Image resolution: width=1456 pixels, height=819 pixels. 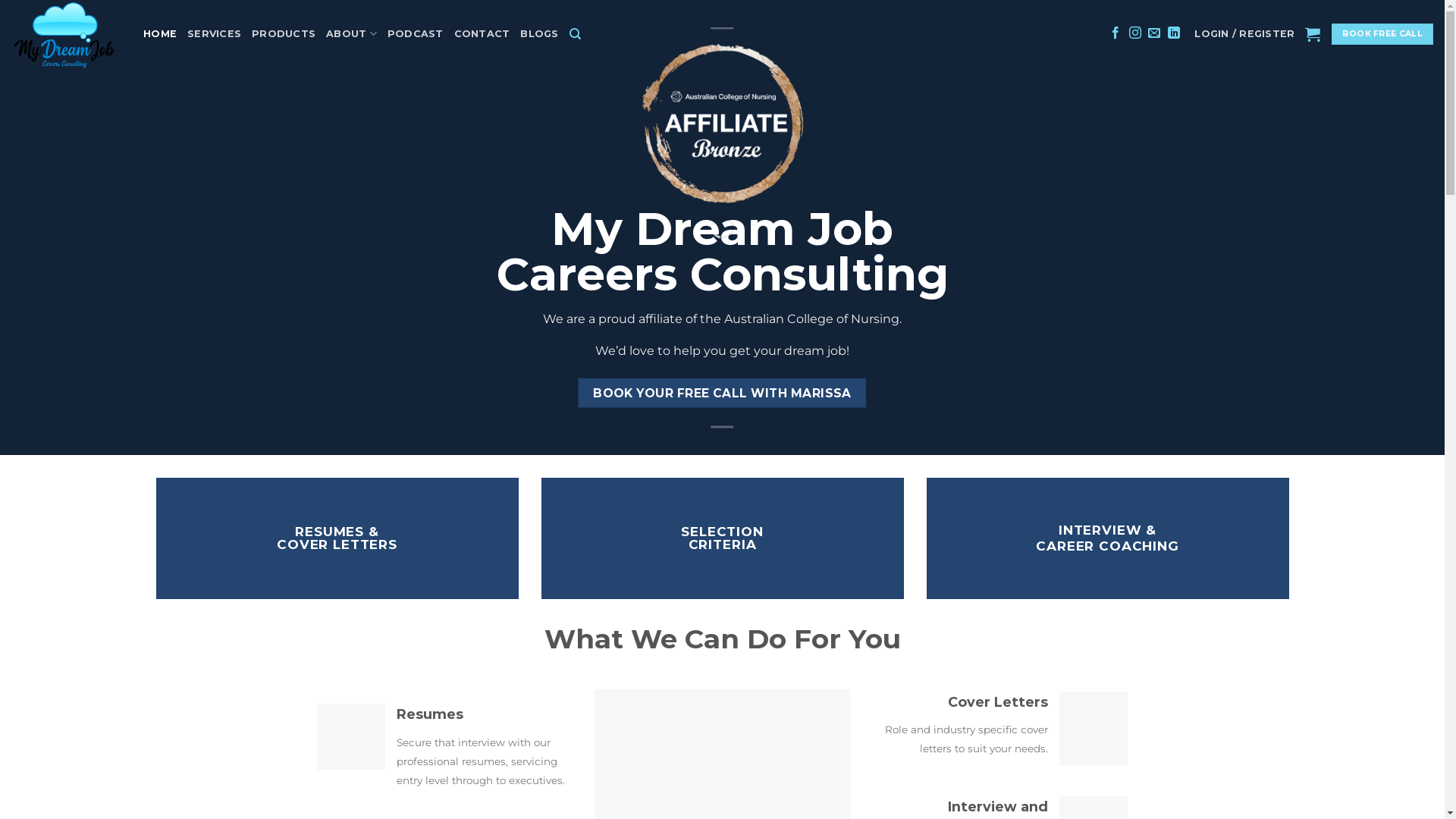 I want to click on 'CONTACT', so click(x=453, y=34).